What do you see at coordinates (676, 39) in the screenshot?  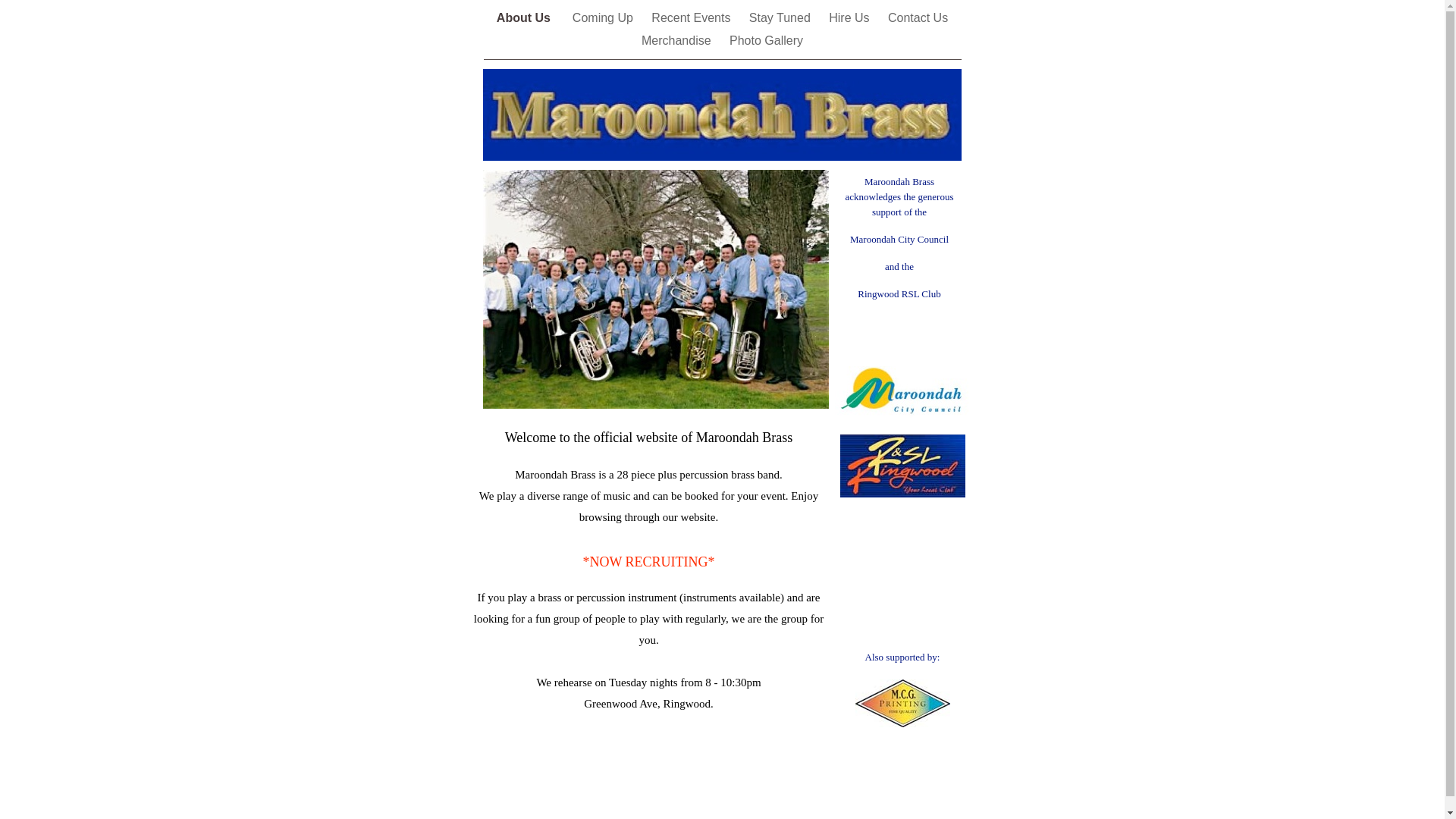 I see `'Merchandise'` at bounding box center [676, 39].